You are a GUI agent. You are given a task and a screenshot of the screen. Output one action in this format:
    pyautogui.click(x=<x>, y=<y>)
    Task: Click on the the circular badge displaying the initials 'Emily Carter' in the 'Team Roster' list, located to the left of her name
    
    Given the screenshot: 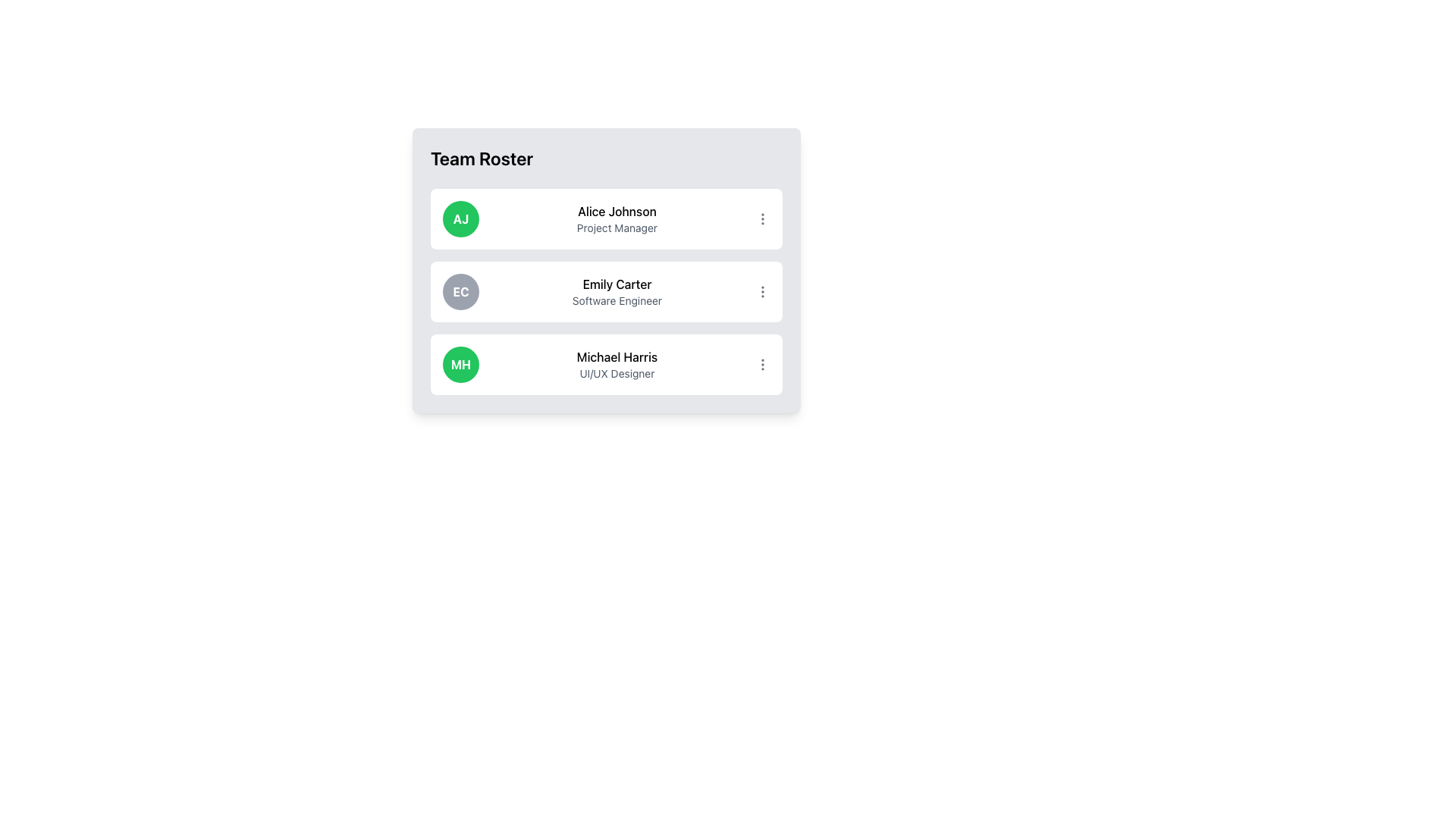 What is the action you would take?
    pyautogui.click(x=460, y=292)
    